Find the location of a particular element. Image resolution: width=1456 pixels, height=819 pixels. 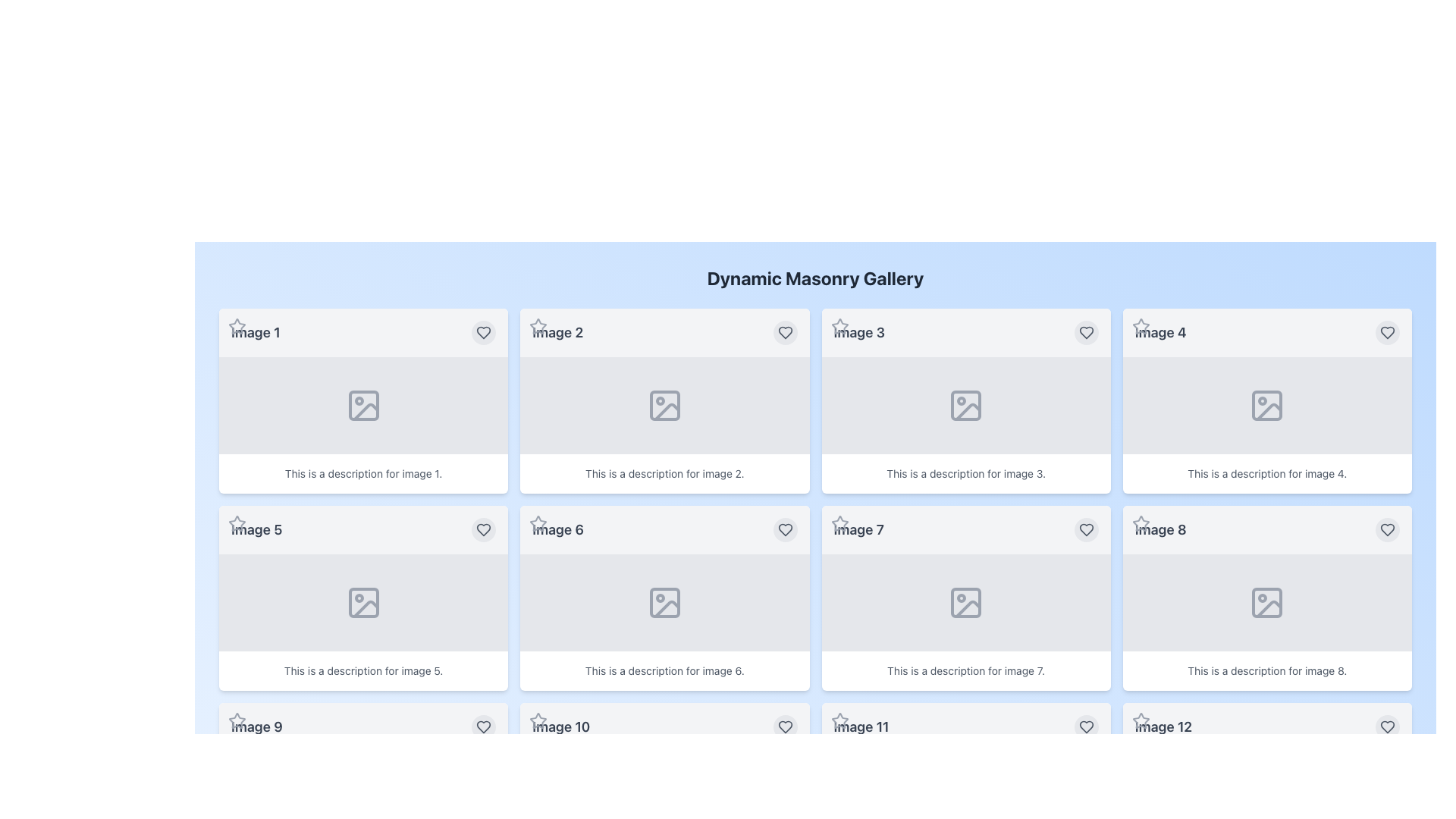

the hollow star-shaped icon located in the top-left corner of the card labeled 'Image 6', inside the second row and third column of the grid layout, to favorite it is located at coordinates (538, 522).